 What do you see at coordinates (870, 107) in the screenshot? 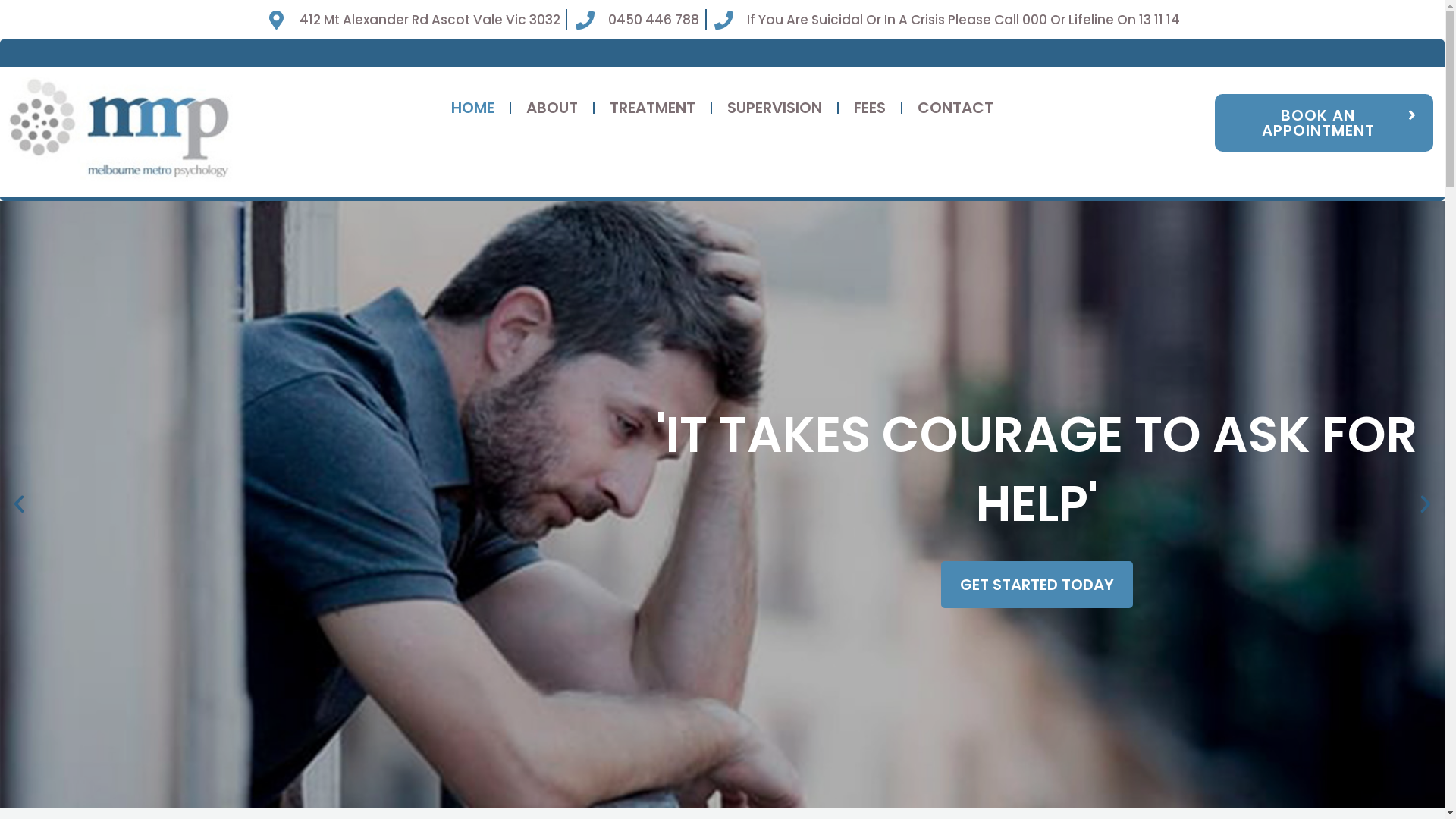
I see `'FEES'` at bounding box center [870, 107].